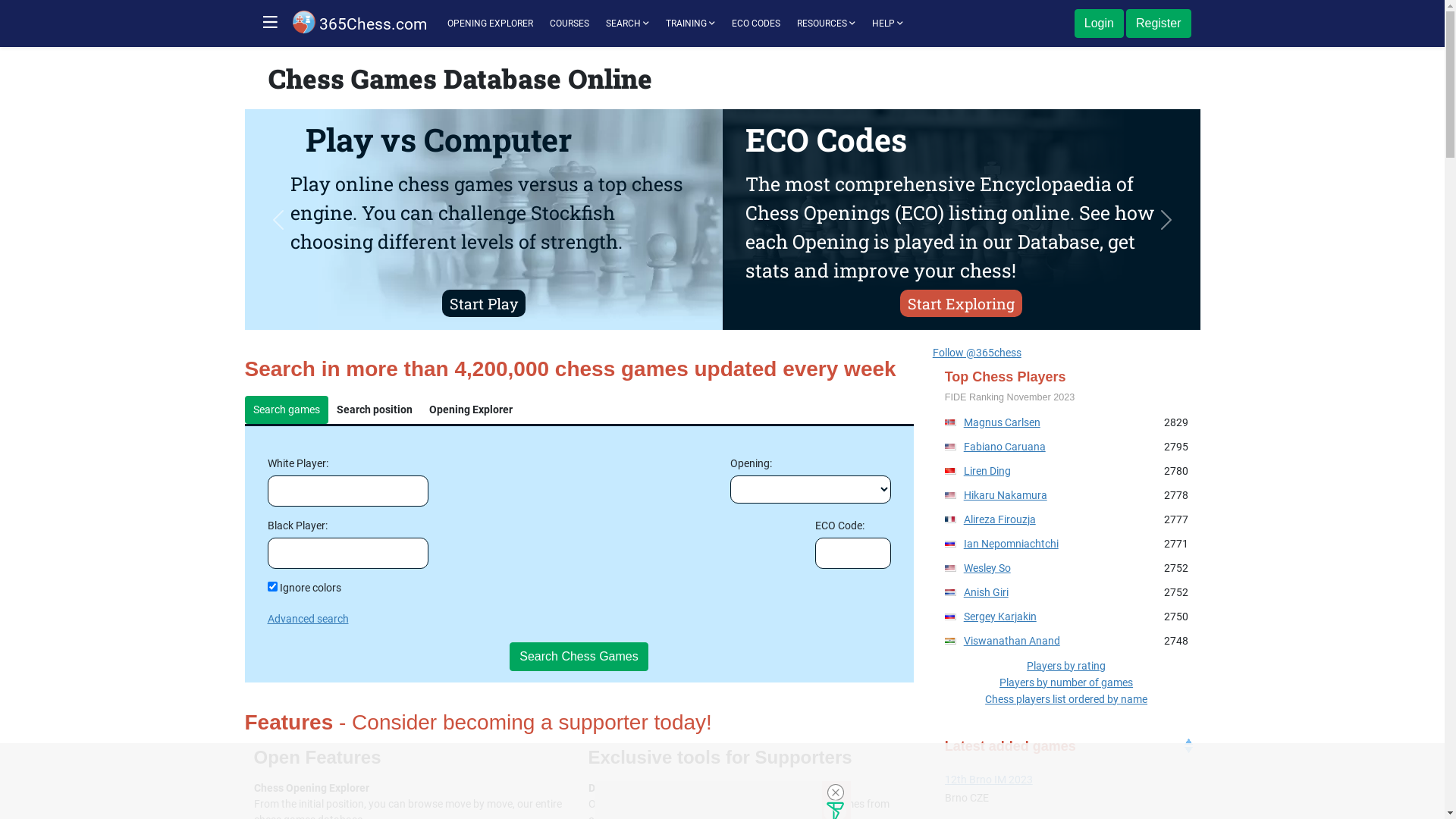  I want to click on 'RUDAR 2 GM 2023', so click(1065, 780).